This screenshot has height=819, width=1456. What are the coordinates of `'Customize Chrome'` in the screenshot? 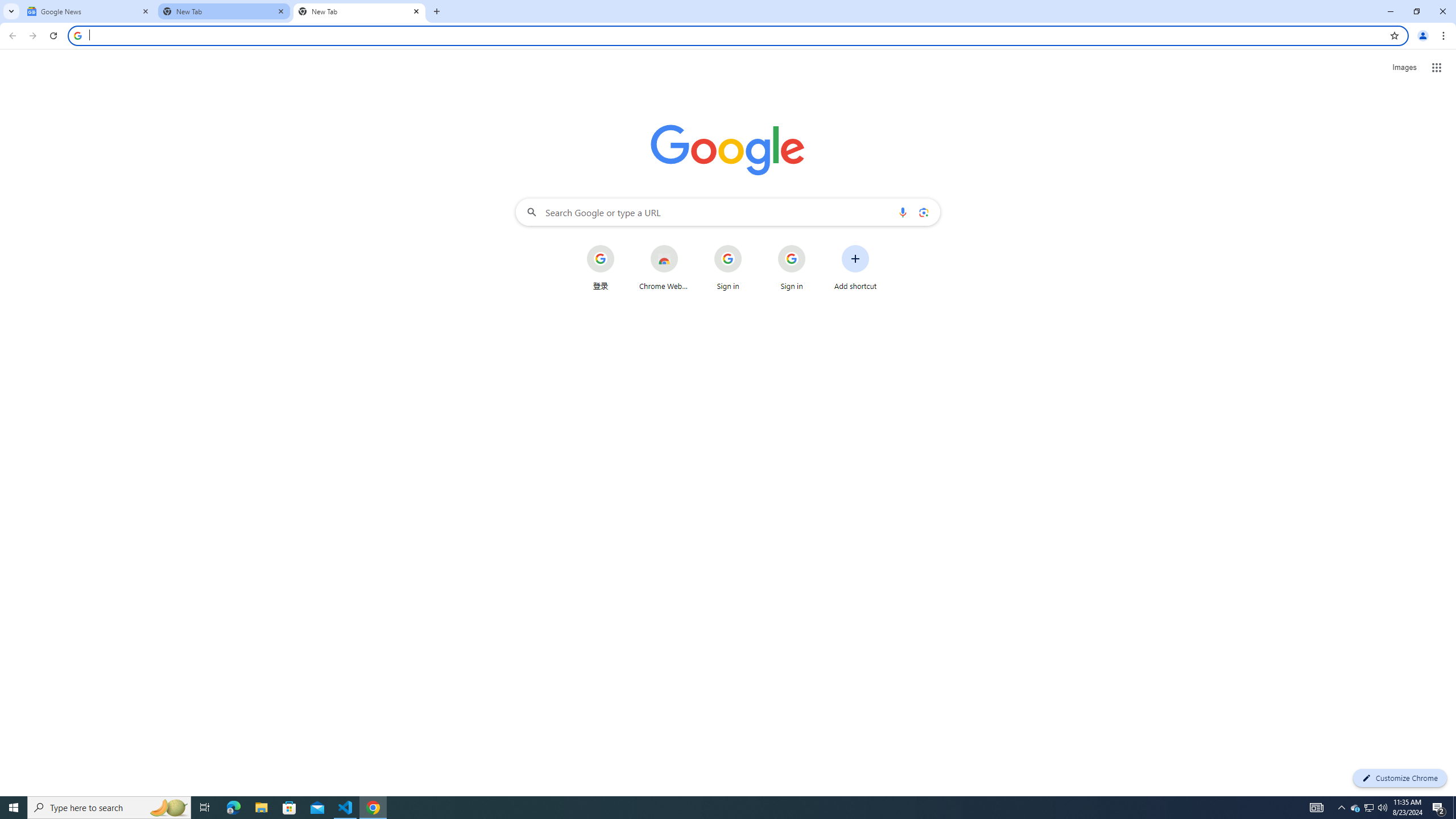 It's located at (1400, 777).